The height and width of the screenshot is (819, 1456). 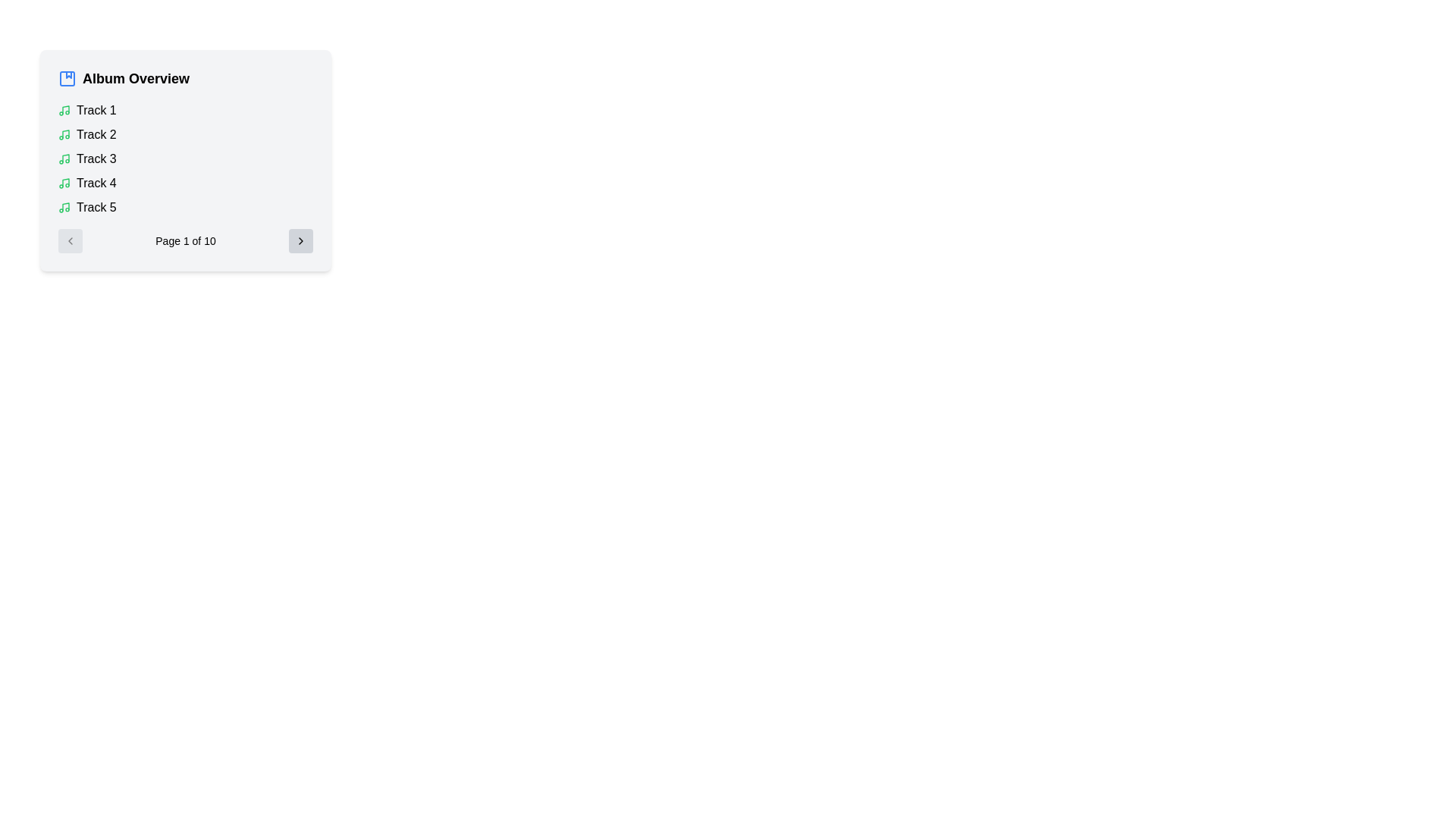 What do you see at coordinates (96, 207) in the screenshot?
I see `the text label that identifies the track in the list, located at the fifth position below 'Track 4'` at bounding box center [96, 207].